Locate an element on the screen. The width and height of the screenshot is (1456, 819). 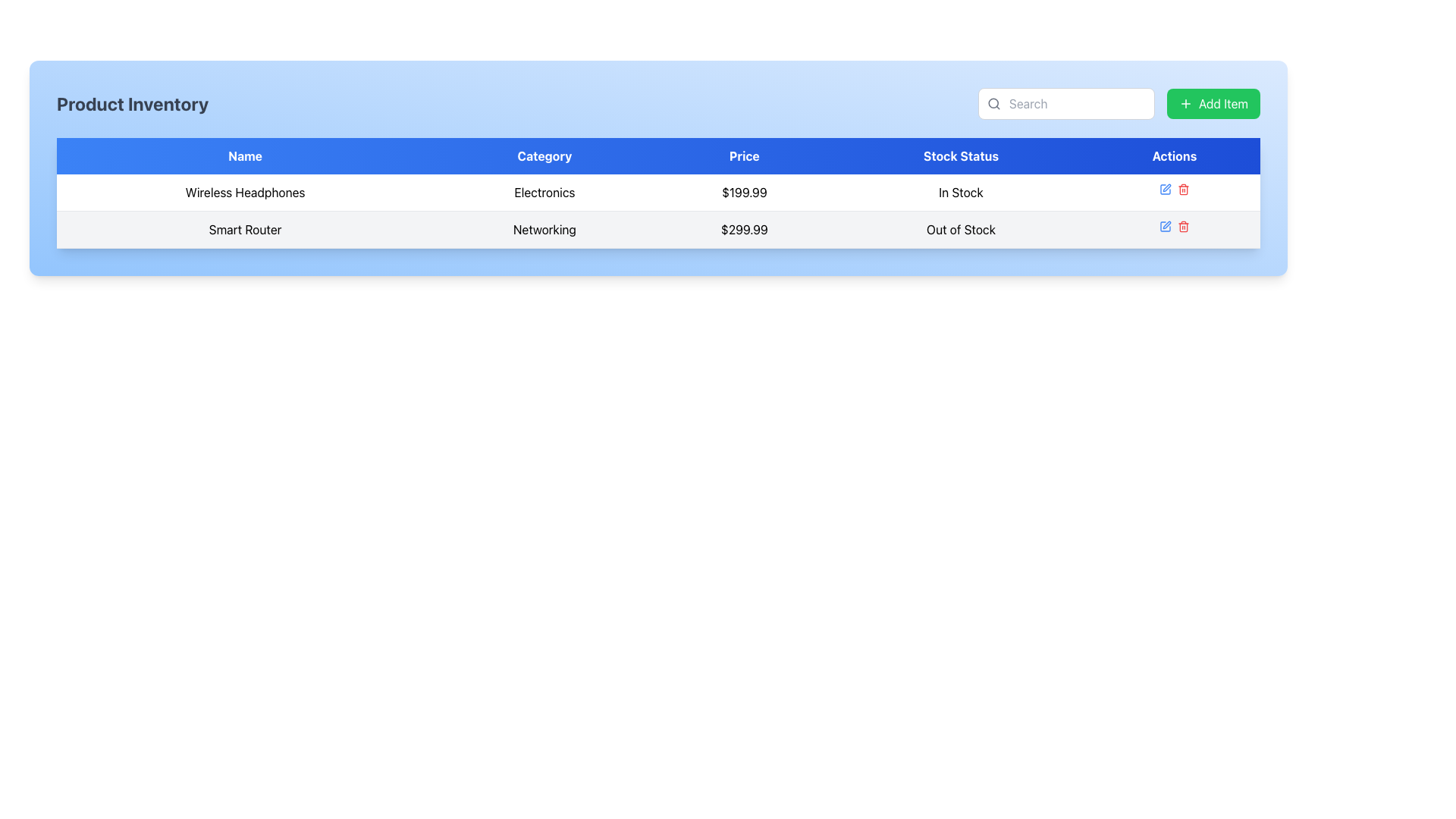
the static text label displaying 'Category', which is centered within a blue rectangular area in the header bar of the table is located at coordinates (544, 155).